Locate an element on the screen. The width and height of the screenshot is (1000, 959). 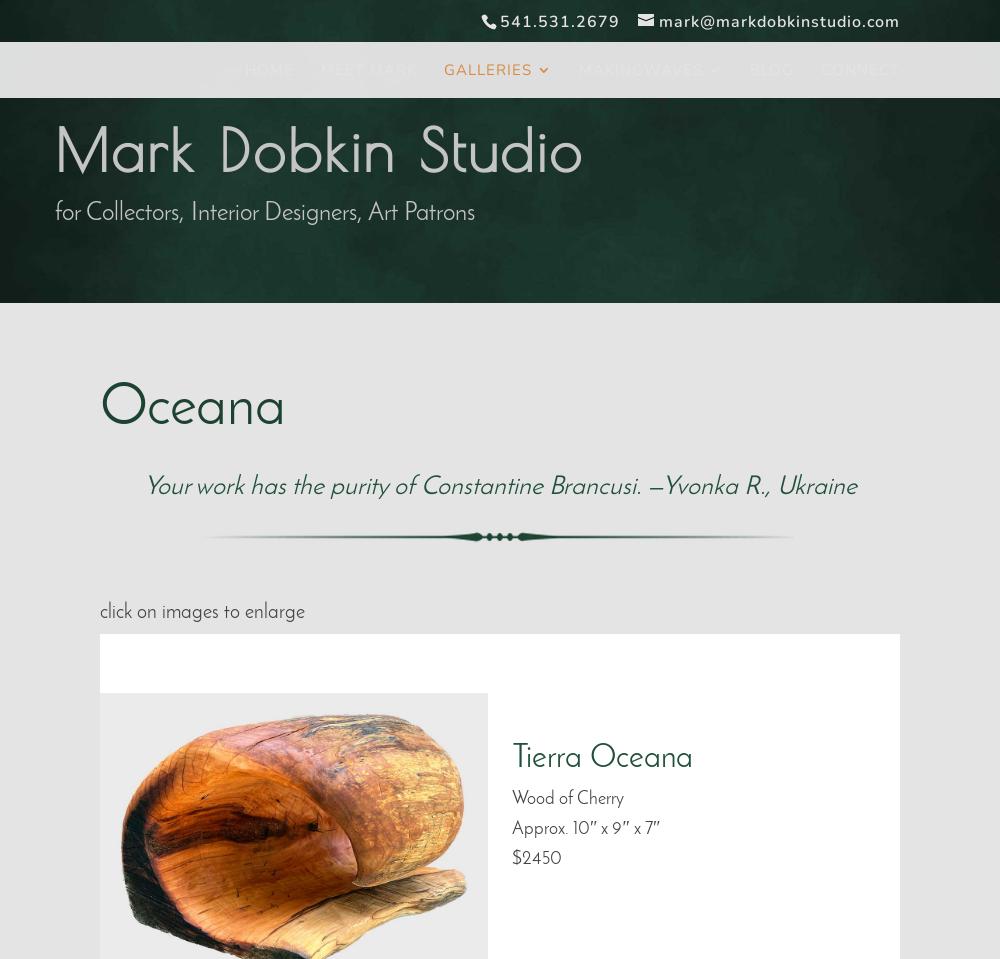
'Blog' is located at coordinates (772, 70).